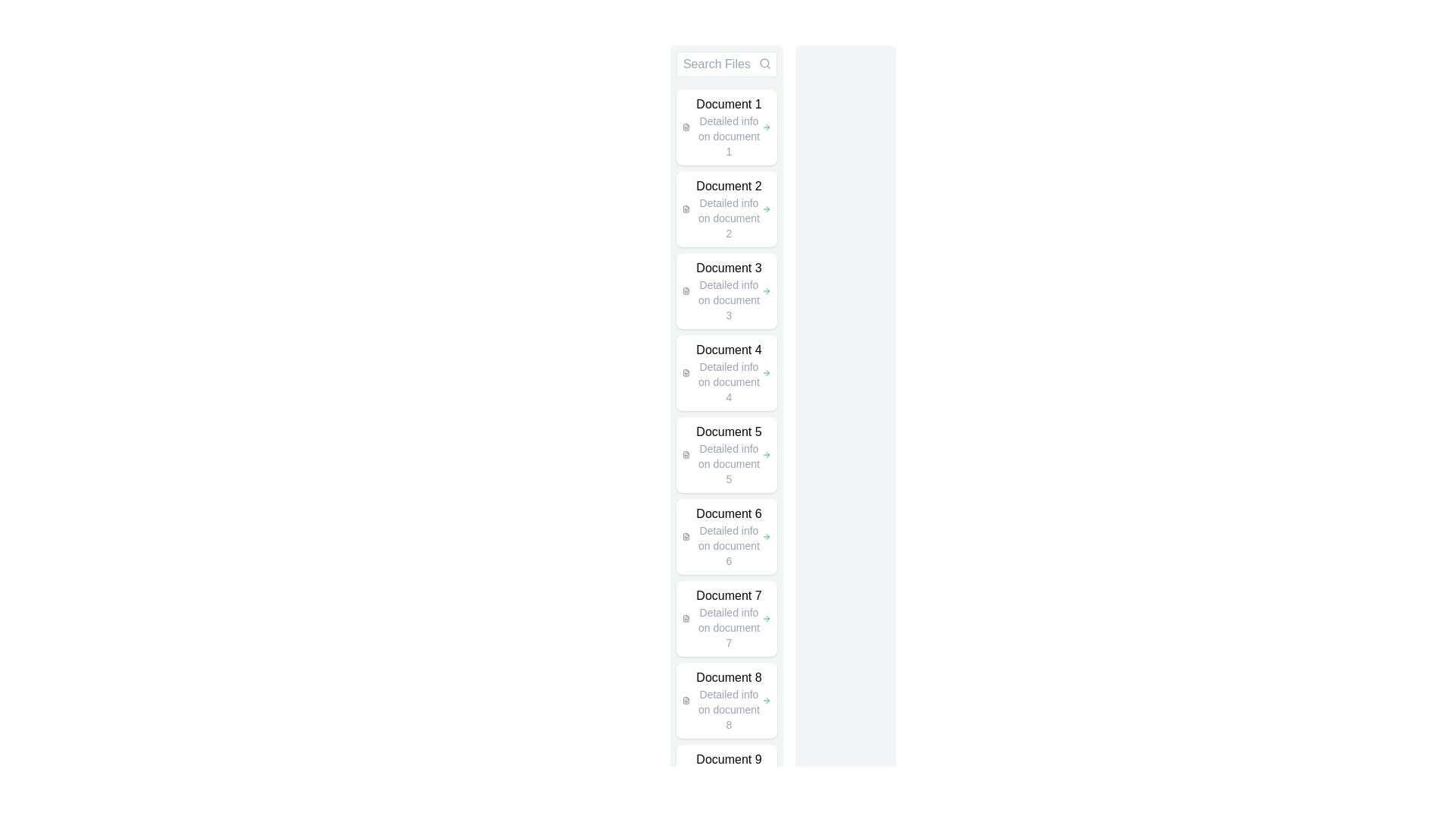 The width and height of the screenshot is (1456, 819). What do you see at coordinates (685, 209) in the screenshot?
I see `the file icon represented by an outline of a document, located to the left of the 'Document 2' label in the list` at bounding box center [685, 209].